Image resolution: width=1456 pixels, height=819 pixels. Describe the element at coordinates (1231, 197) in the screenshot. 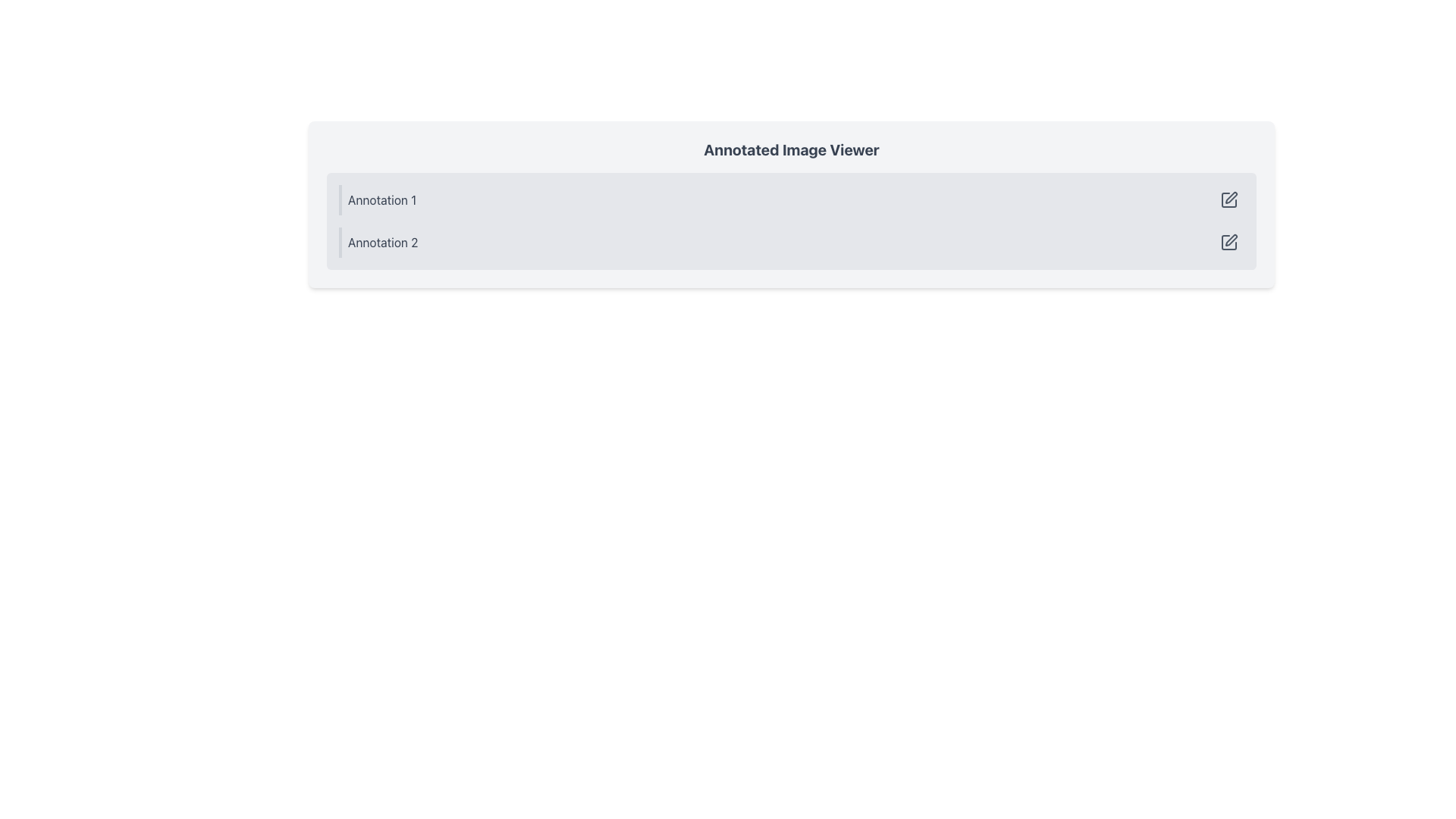

I see `the editing icon located in the upper right section of the user interface` at that location.